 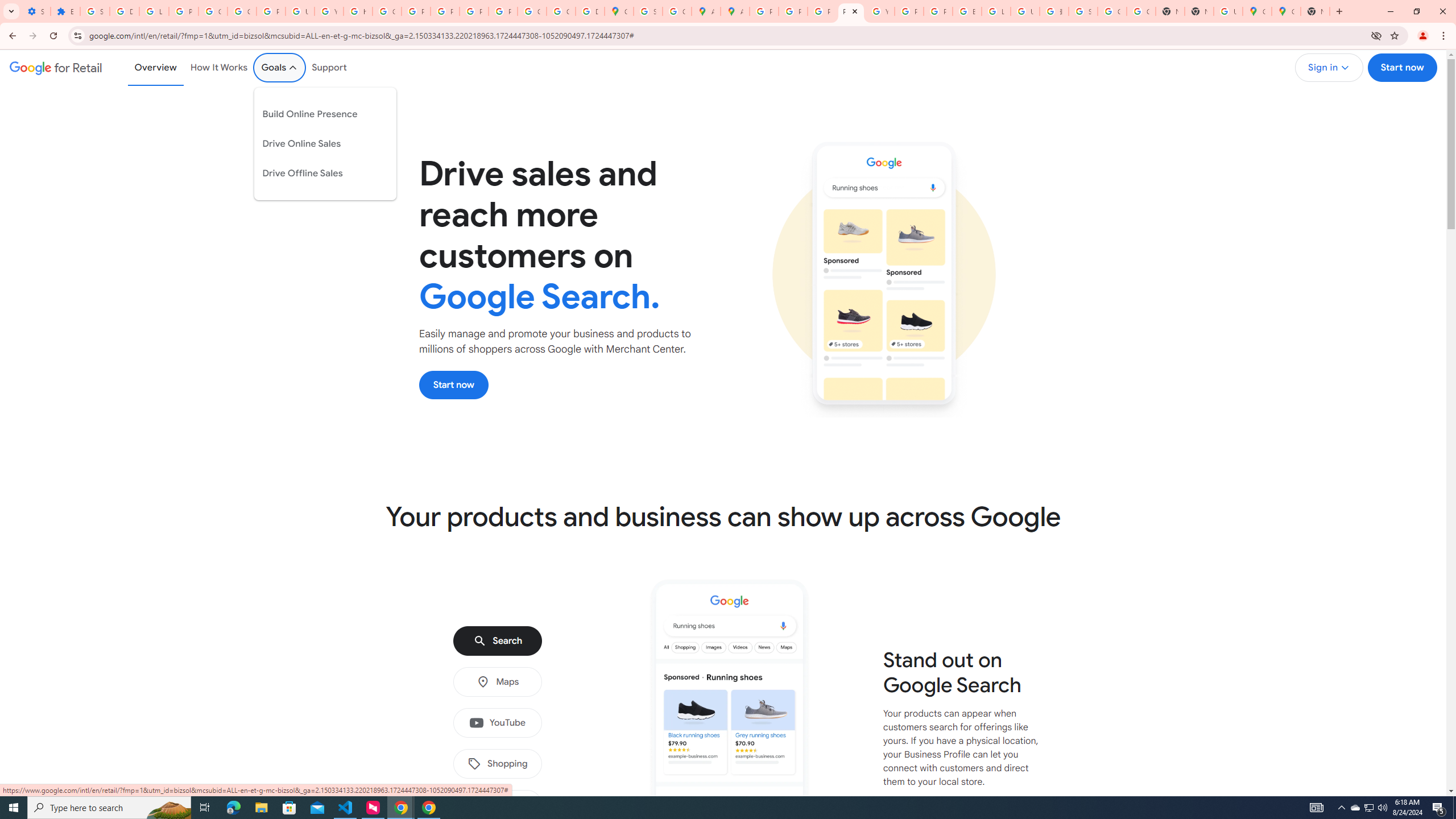 I want to click on 'Build Online Presence', so click(x=317, y=113).